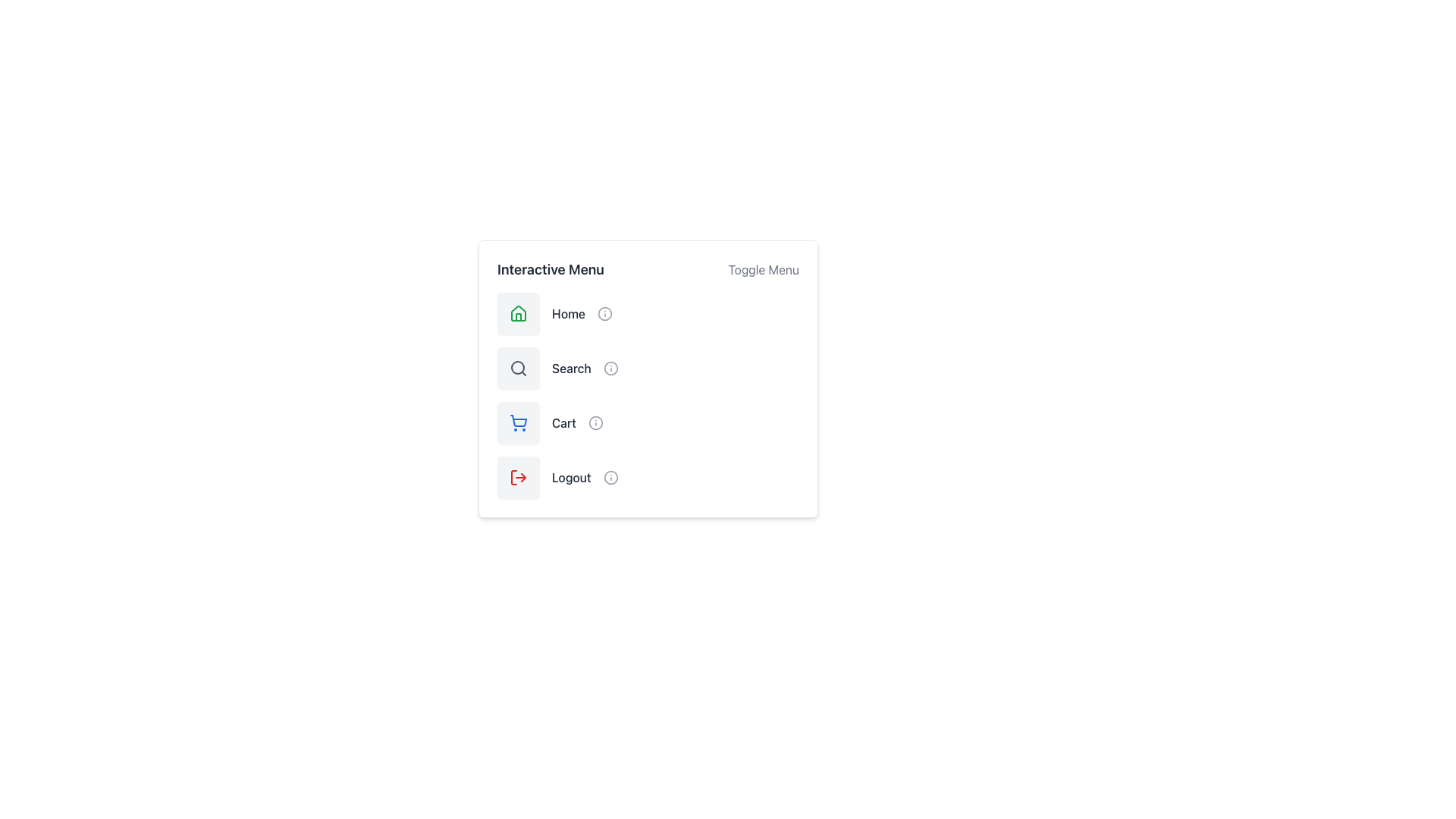  Describe the element at coordinates (519, 369) in the screenshot. I see `the search button located in the 'Interactive Menu', which is the second item below the 'Home' button and above the 'Cart' button, indicated by a magnifying glass icon` at that location.